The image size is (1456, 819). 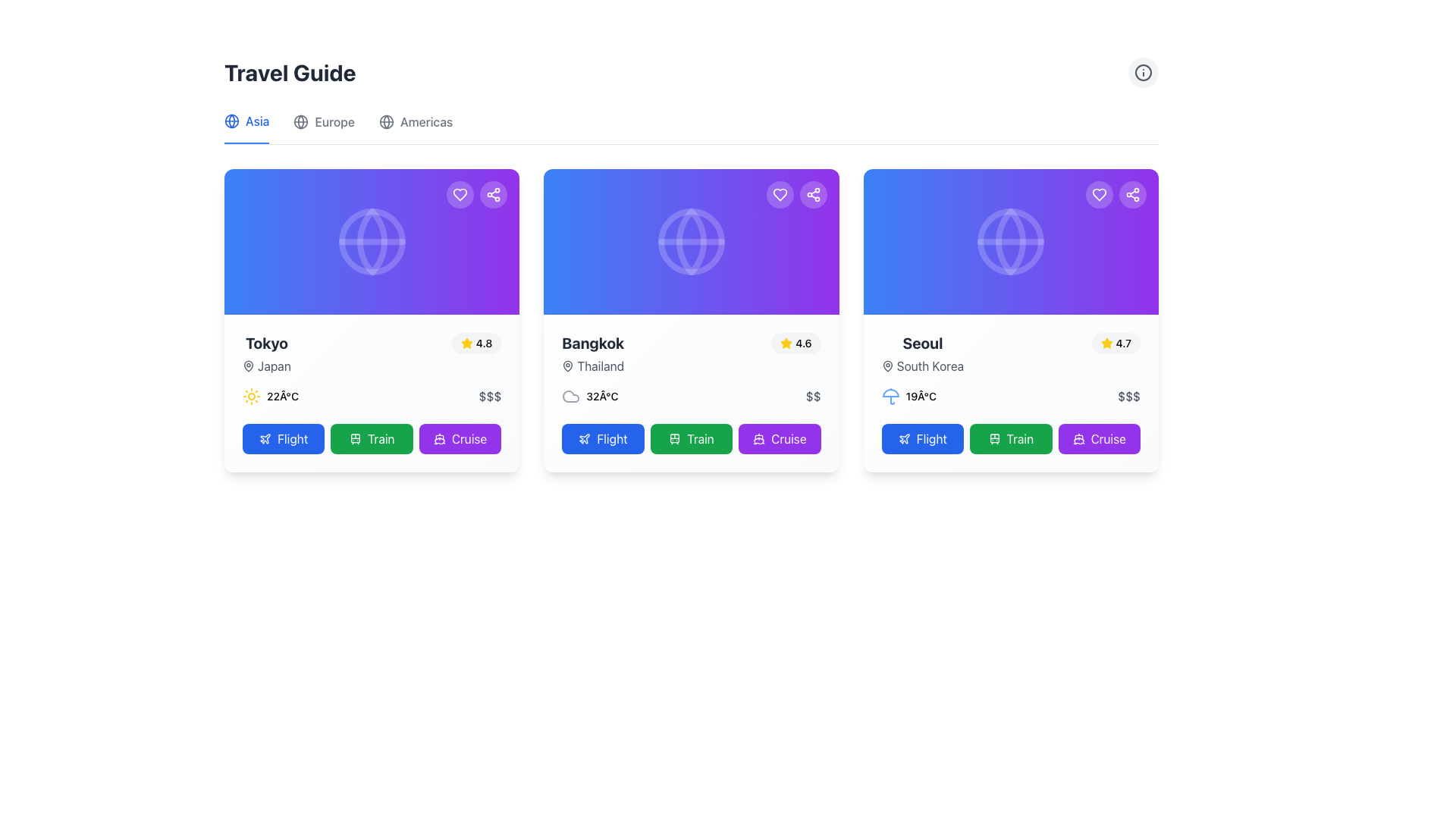 I want to click on the Decorative Banner Section, which is a rectangular gradient surface transitioning from blue to purple, located at the top of the second card from the left in a horizontal list, above the text 'Bangkok', so click(x=691, y=241).